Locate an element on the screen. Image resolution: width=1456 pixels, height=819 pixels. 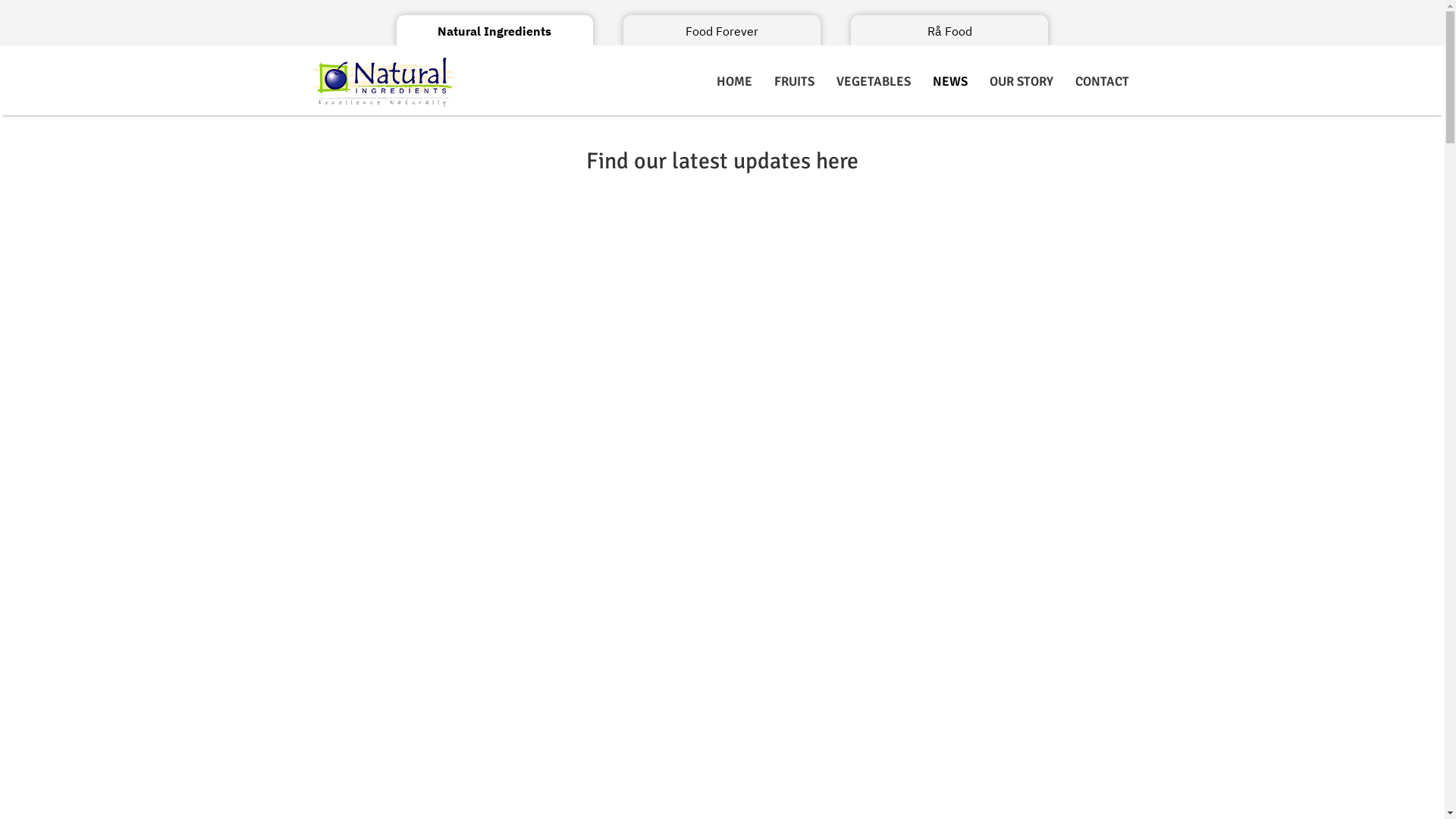
'Food Forever' is located at coordinates (720, 31).